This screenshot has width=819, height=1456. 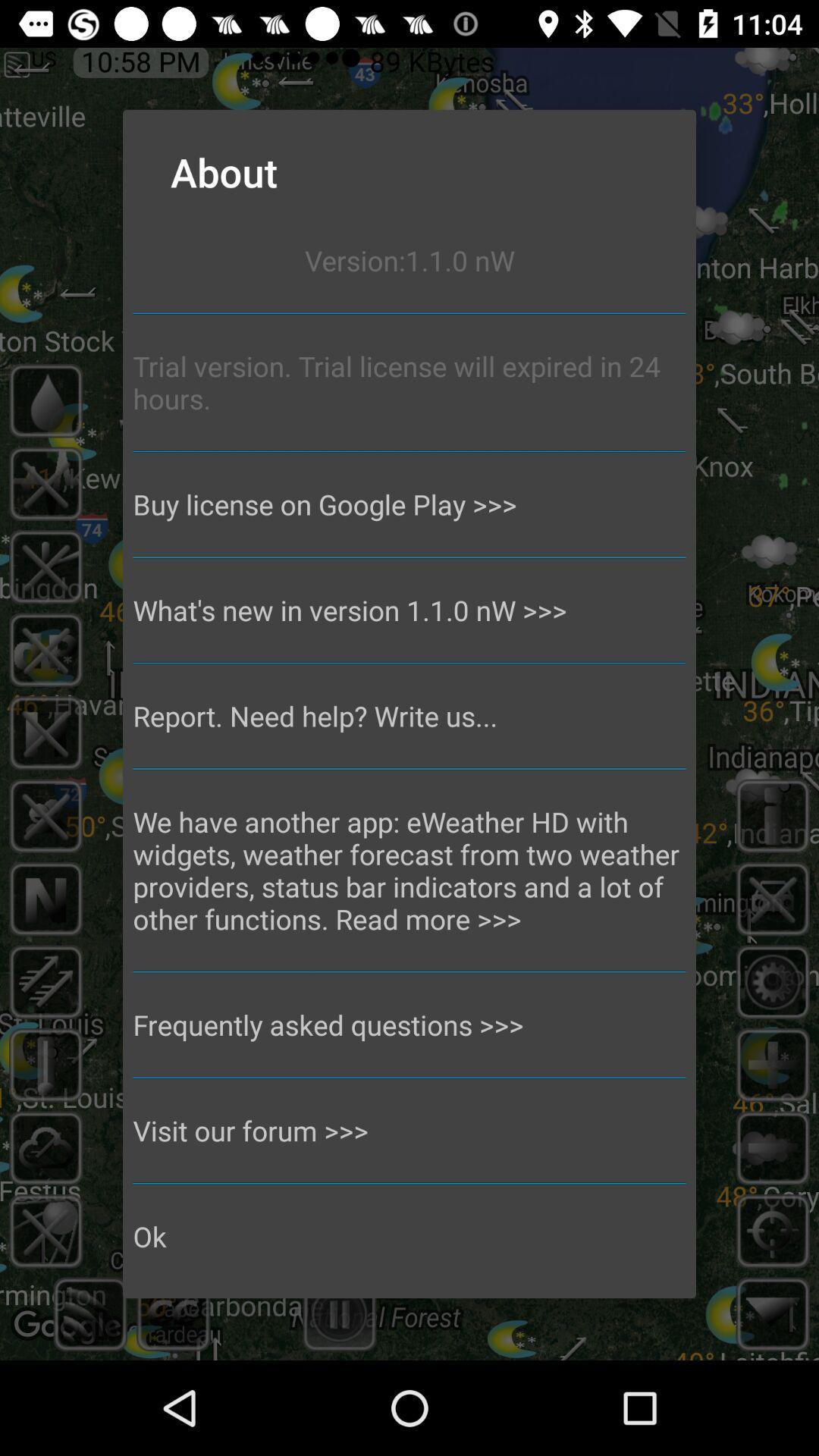 What do you see at coordinates (409, 1131) in the screenshot?
I see `the visit our forum >>> icon` at bounding box center [409, 1131].